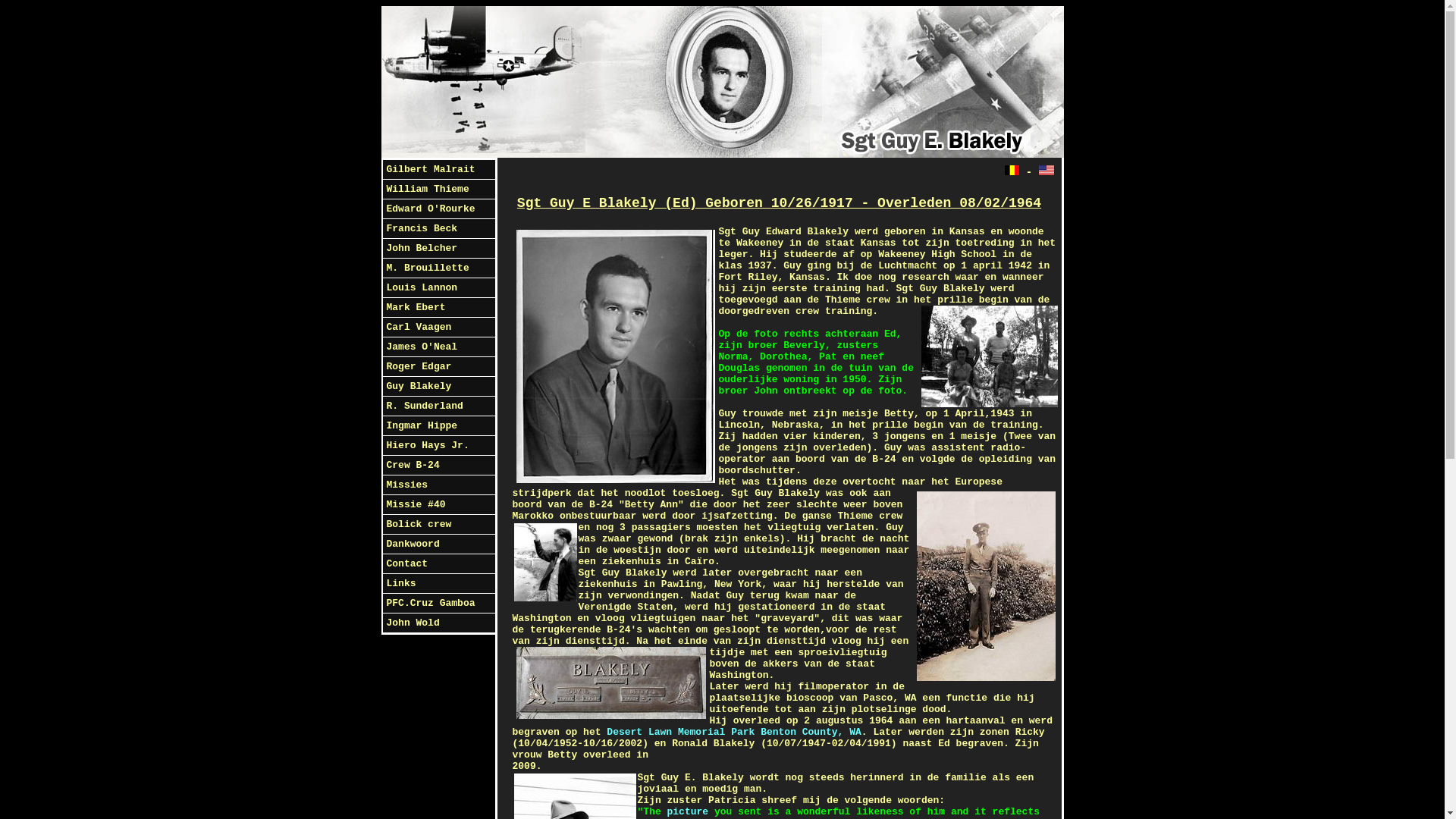 Image resolution: width=1456 pixels, height=819 pixels. I want to click on 'Ingmar Hippe', so click(437, 426).